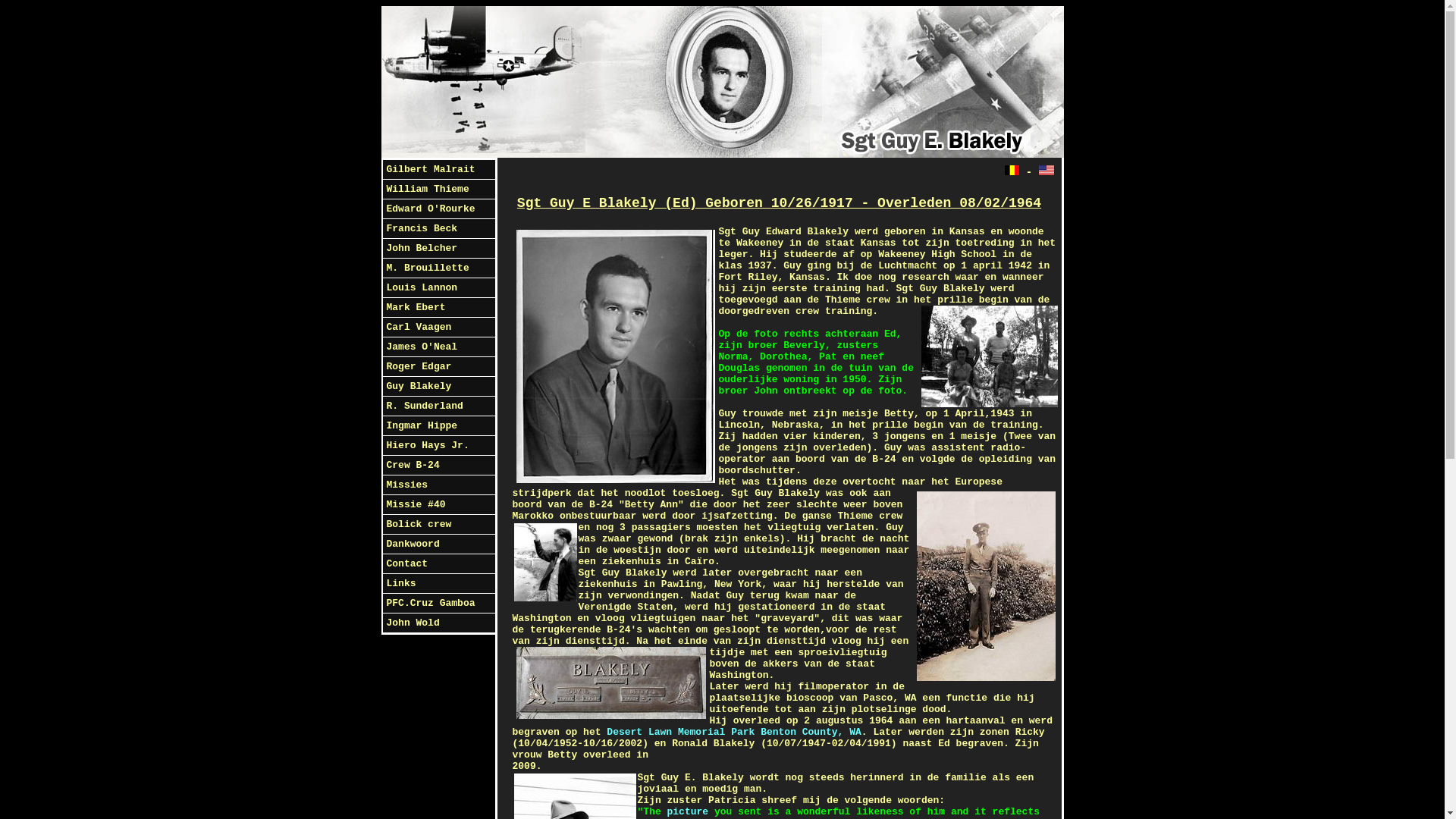 Image resolution: width=1456 pixels, height=819 pixels. I want to click on 'Ingmar Hippe', so click(437, 426).